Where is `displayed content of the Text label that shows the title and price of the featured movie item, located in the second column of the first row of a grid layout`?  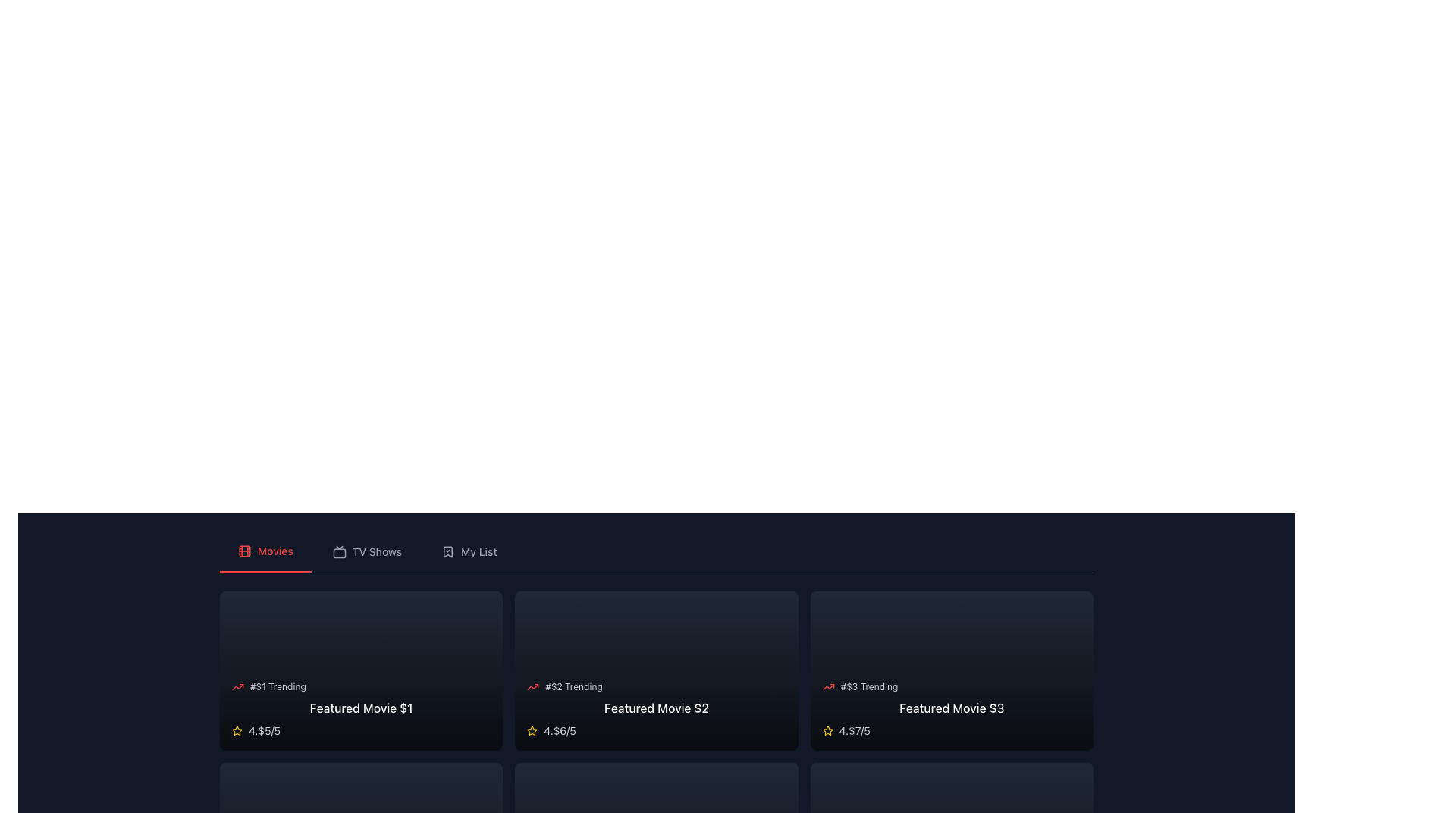 displayed content of the Text label that shows the title and price of the featured movie item, located in the second column of the first row of a grid layout is located at coordinates (656, 708).